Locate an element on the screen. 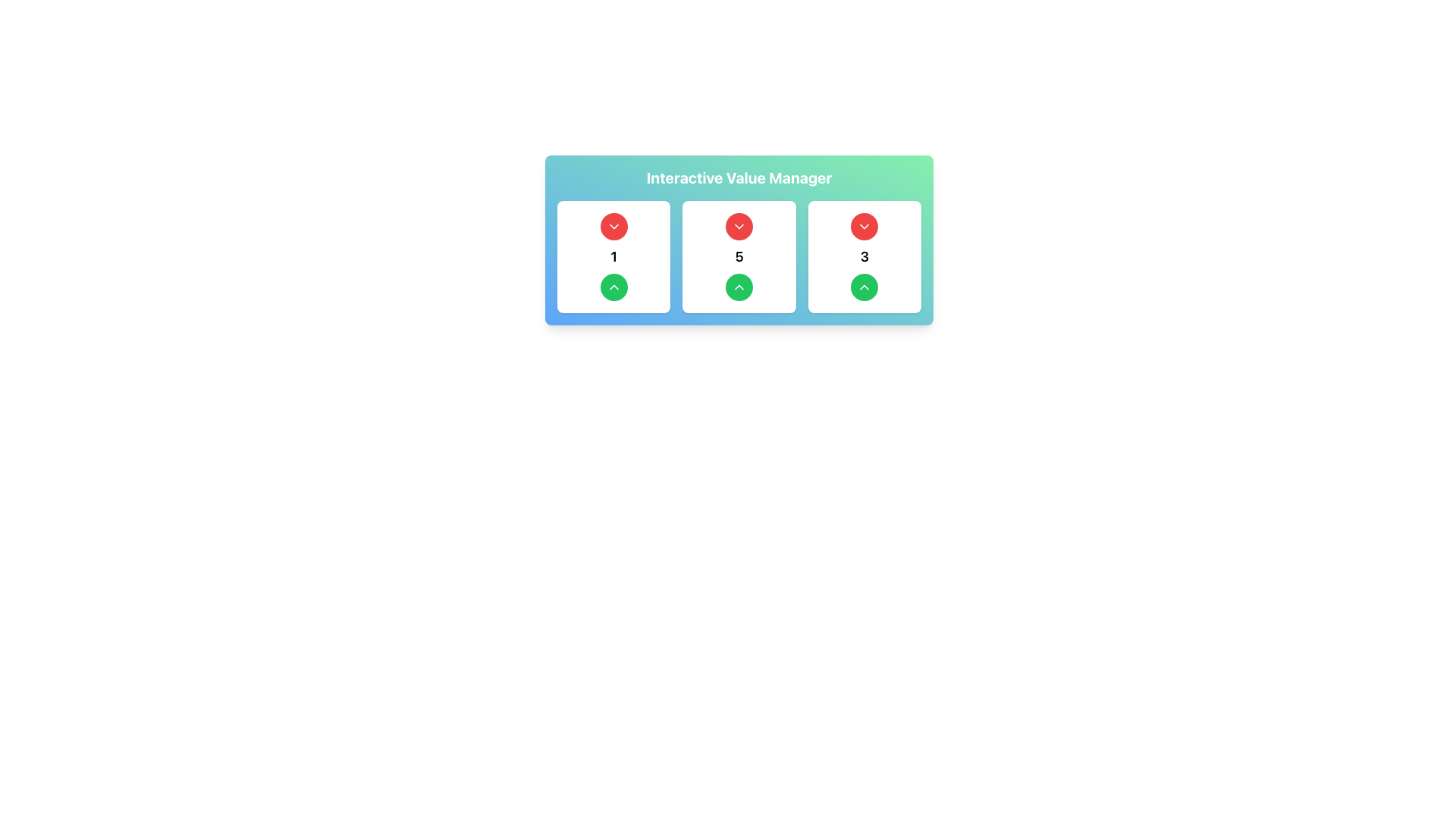 The image size is (1456, 819). the downward-facing chevron icon with a red background located at the top of the middle panel is located at coordinates (739, 227).